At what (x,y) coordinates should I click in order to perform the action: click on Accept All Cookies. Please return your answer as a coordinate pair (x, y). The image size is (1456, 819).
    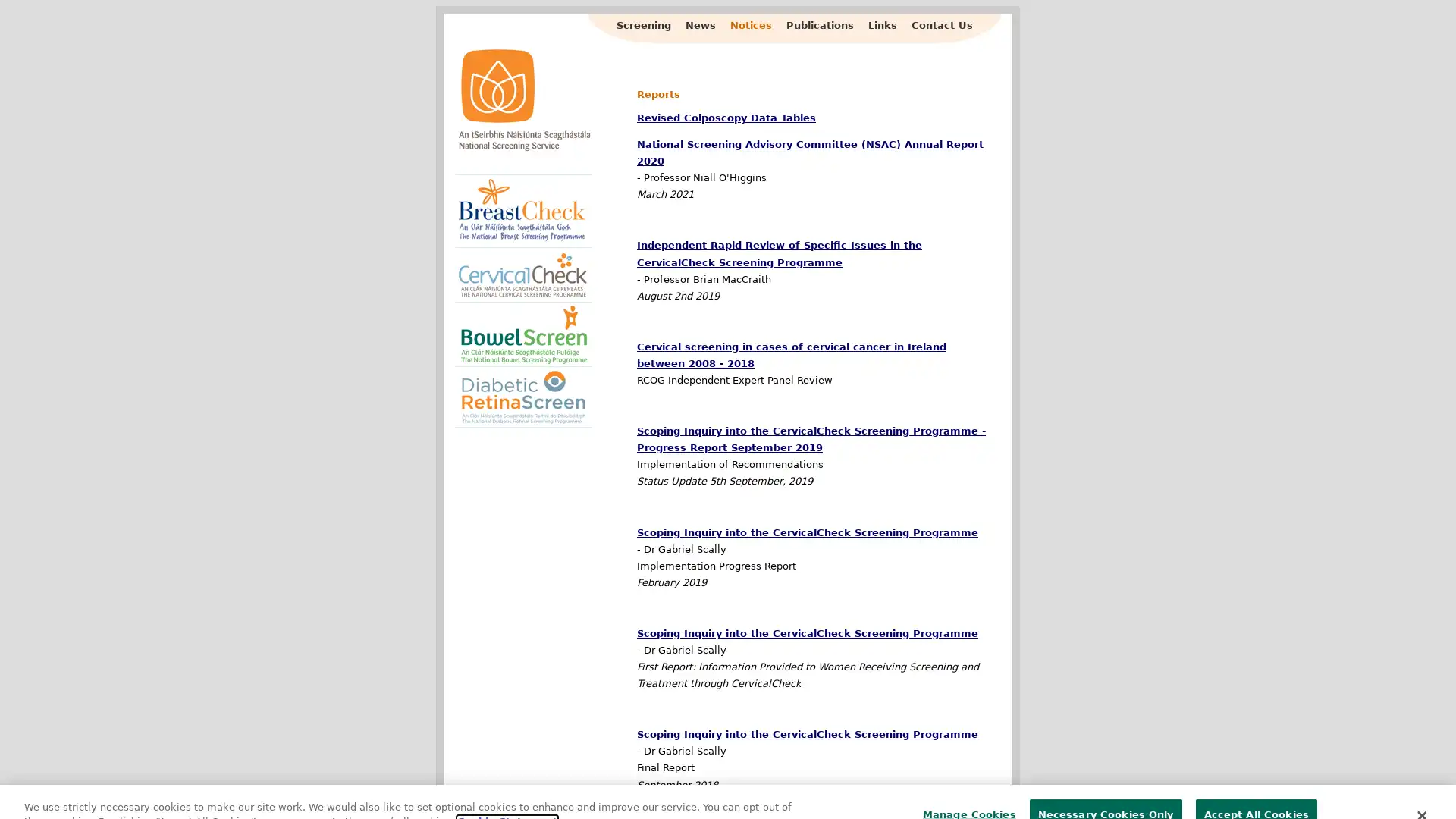
    Looking at the image, I should click on (1256, 786).